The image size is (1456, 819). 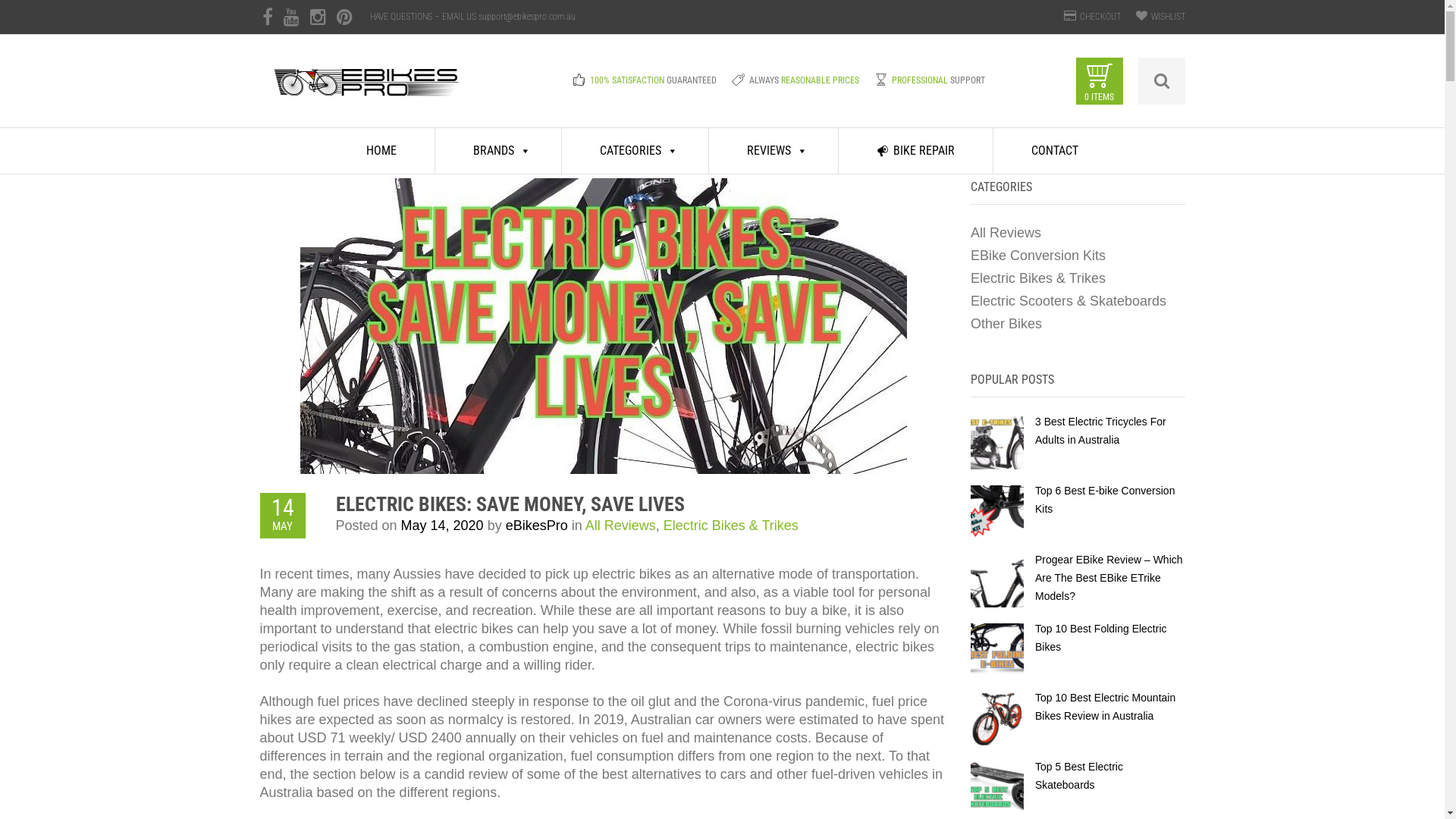 I want to click on 'Top 10 Best Electric Mountain Bikes Review in Australia', so click(x=1105, y=707).